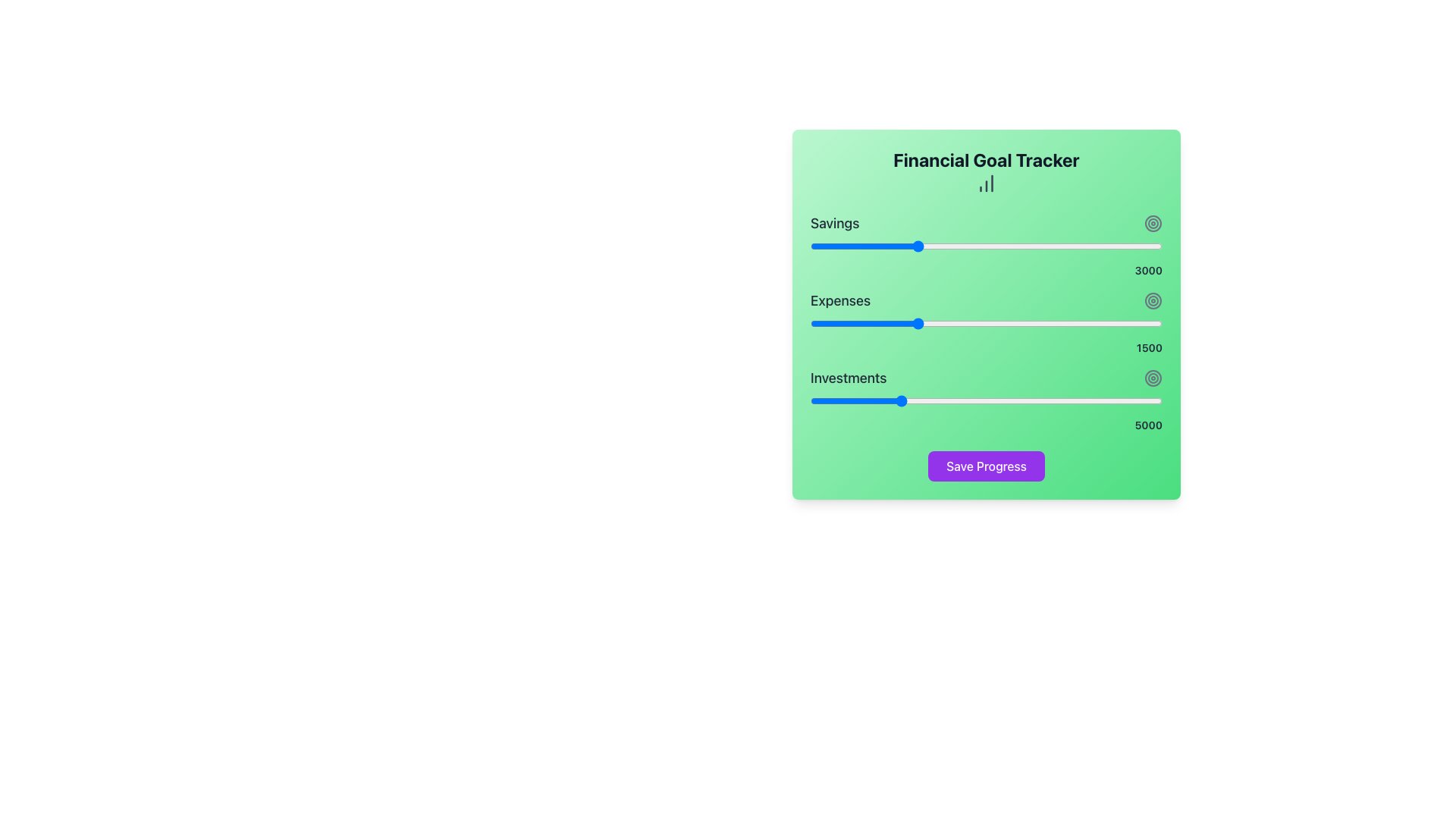  Describe the element at coordinates (964, 245) in the screenshot. I see `the Savings slider` at that location.